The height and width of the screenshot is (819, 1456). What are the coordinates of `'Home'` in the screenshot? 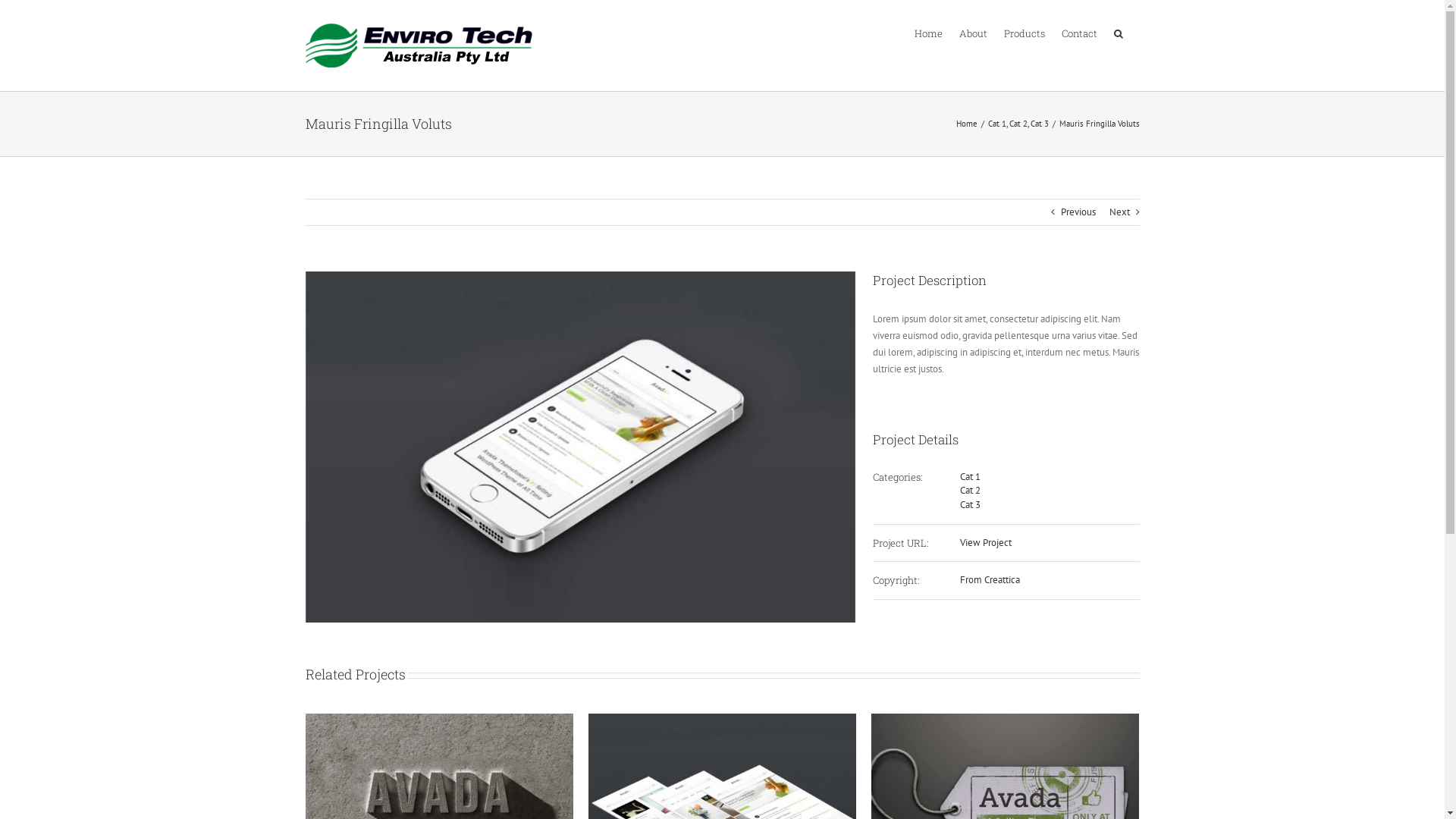 It's located at (965, 122).